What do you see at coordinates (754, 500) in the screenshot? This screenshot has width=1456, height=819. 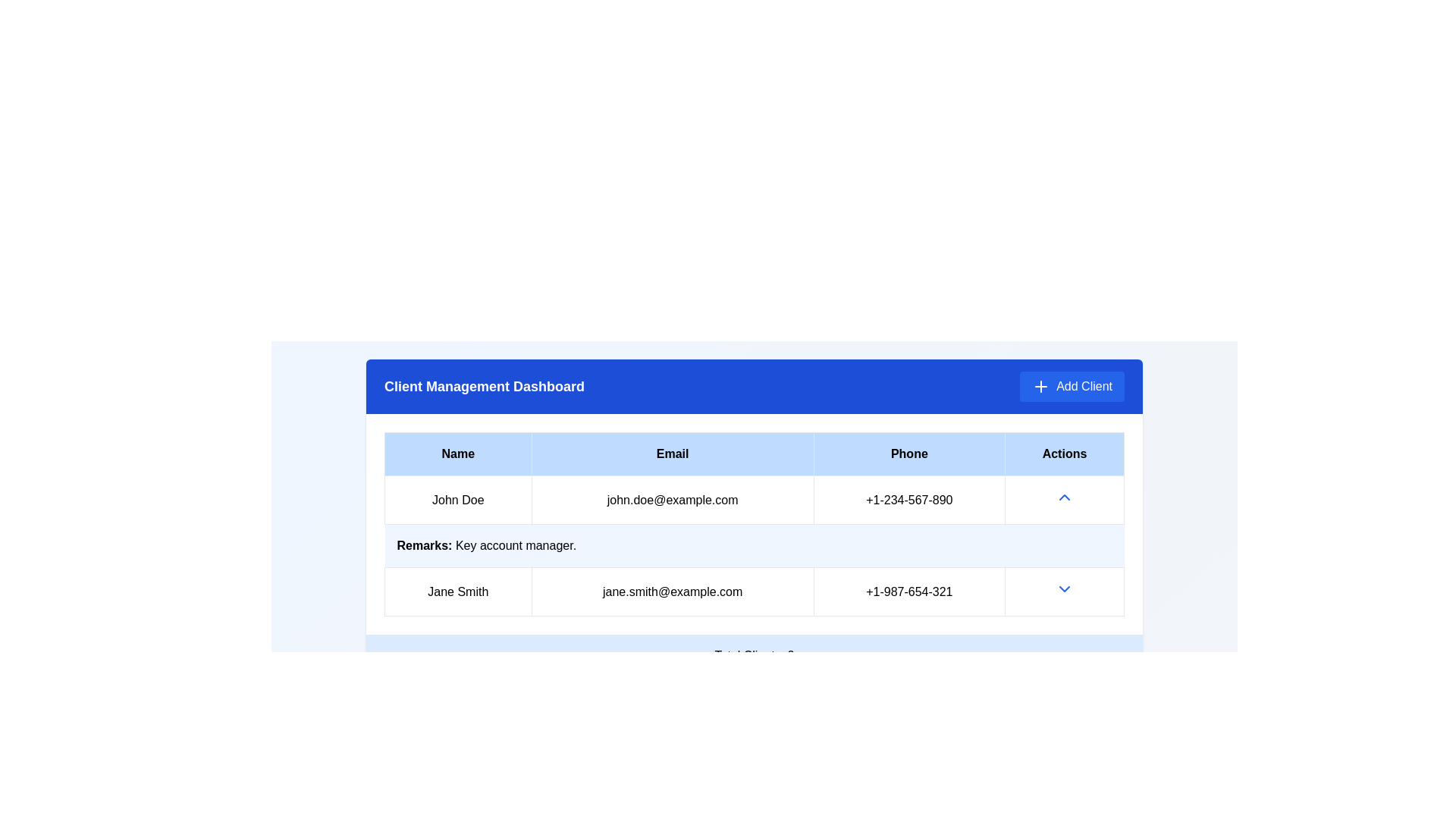 I see `the first row of the table displaying user information, which includes the headers 'Name', 'Email', and 'Phone'` at bounding box center [754, 500].